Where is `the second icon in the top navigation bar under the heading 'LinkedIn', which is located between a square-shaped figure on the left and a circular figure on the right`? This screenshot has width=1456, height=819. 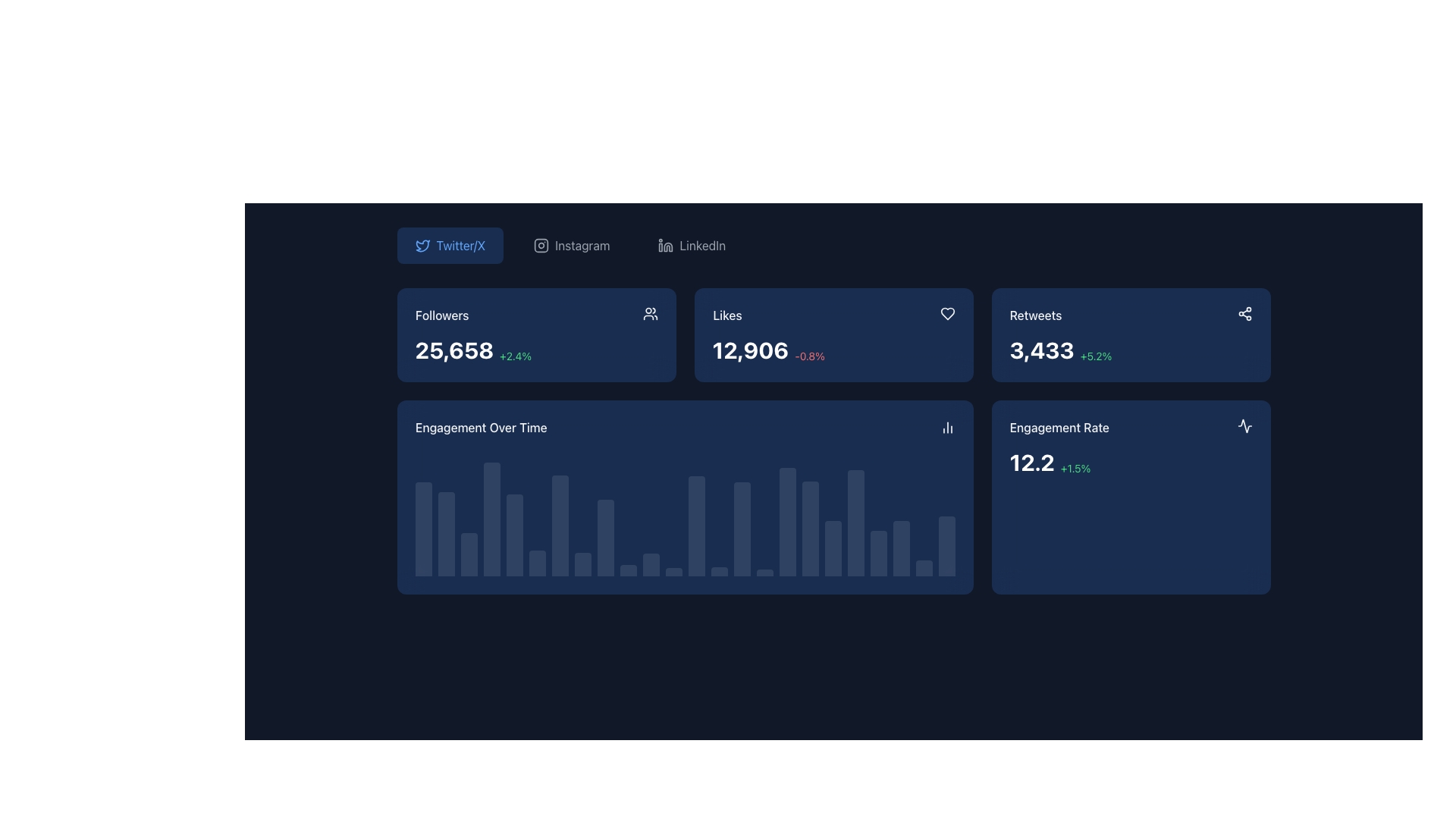 the second icon in the top navigation bar under the heading 'LinkedIn', which is located between a square-shaped figure on the left and a circular figure on the right is located at coordinates (667, 246).